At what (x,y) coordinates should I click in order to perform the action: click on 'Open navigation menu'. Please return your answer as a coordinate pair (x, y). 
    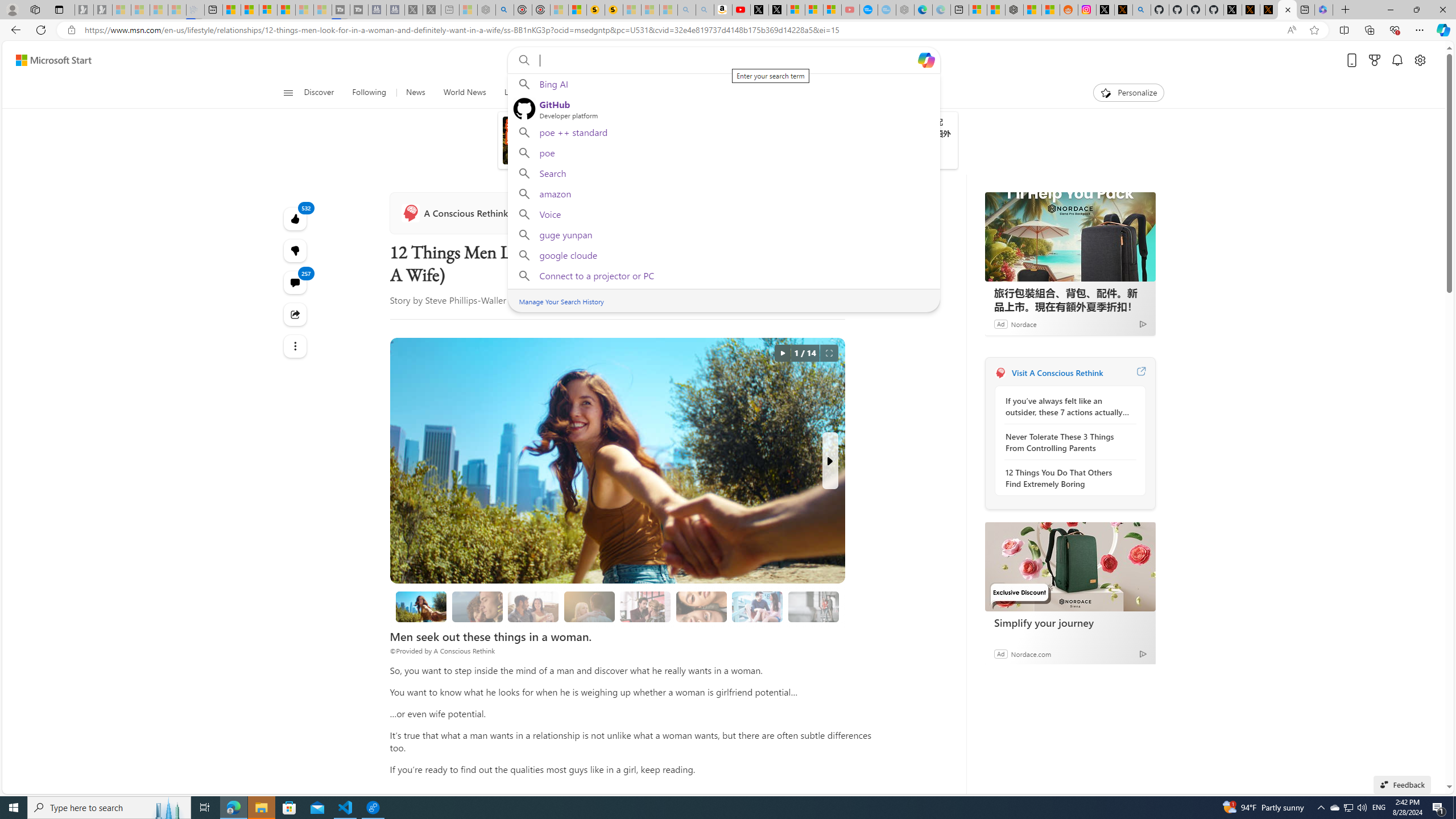
    Looking at the image, I should click on (287, 92).